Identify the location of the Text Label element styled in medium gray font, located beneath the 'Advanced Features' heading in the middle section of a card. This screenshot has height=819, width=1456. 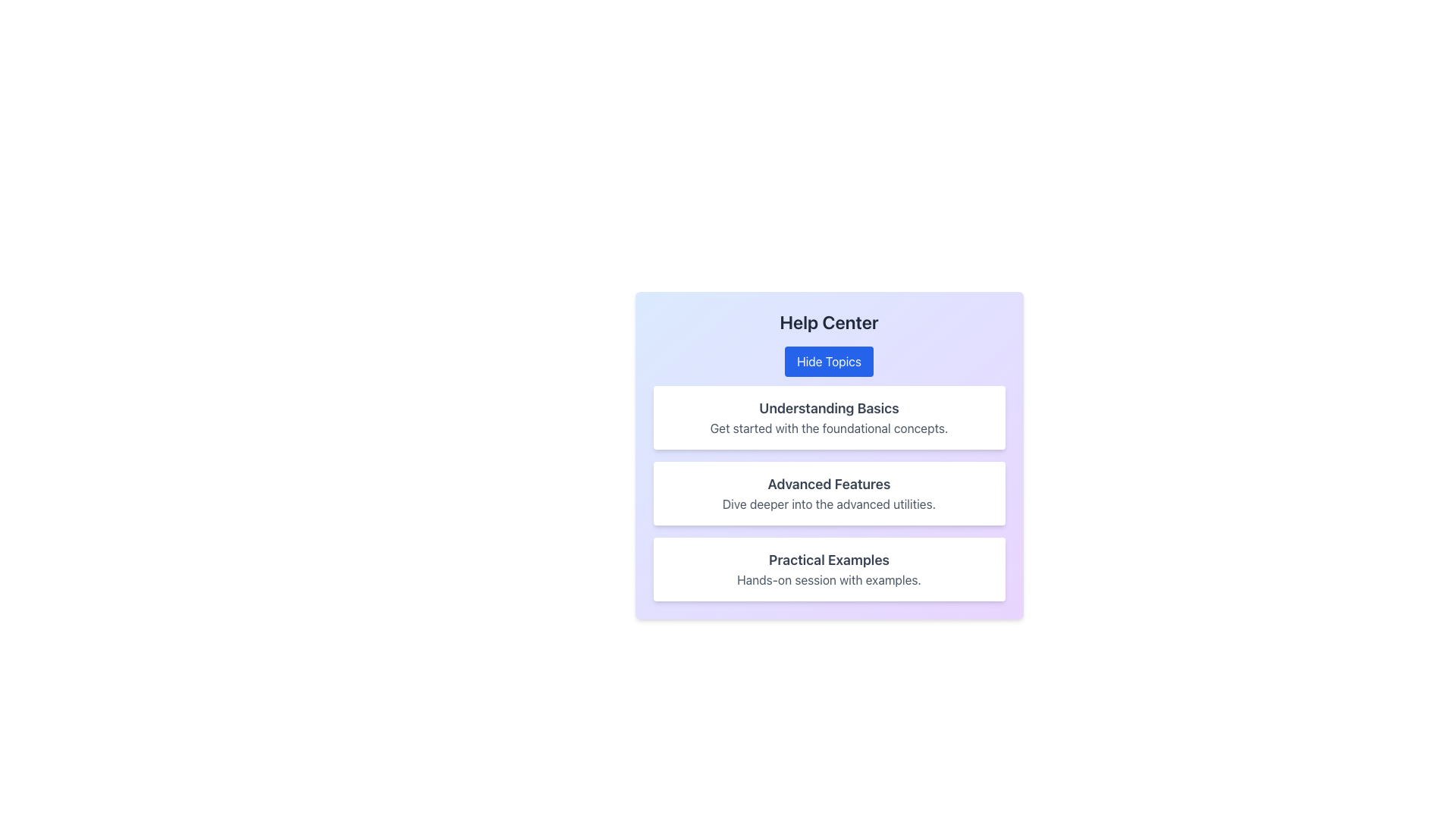
(828, 504).